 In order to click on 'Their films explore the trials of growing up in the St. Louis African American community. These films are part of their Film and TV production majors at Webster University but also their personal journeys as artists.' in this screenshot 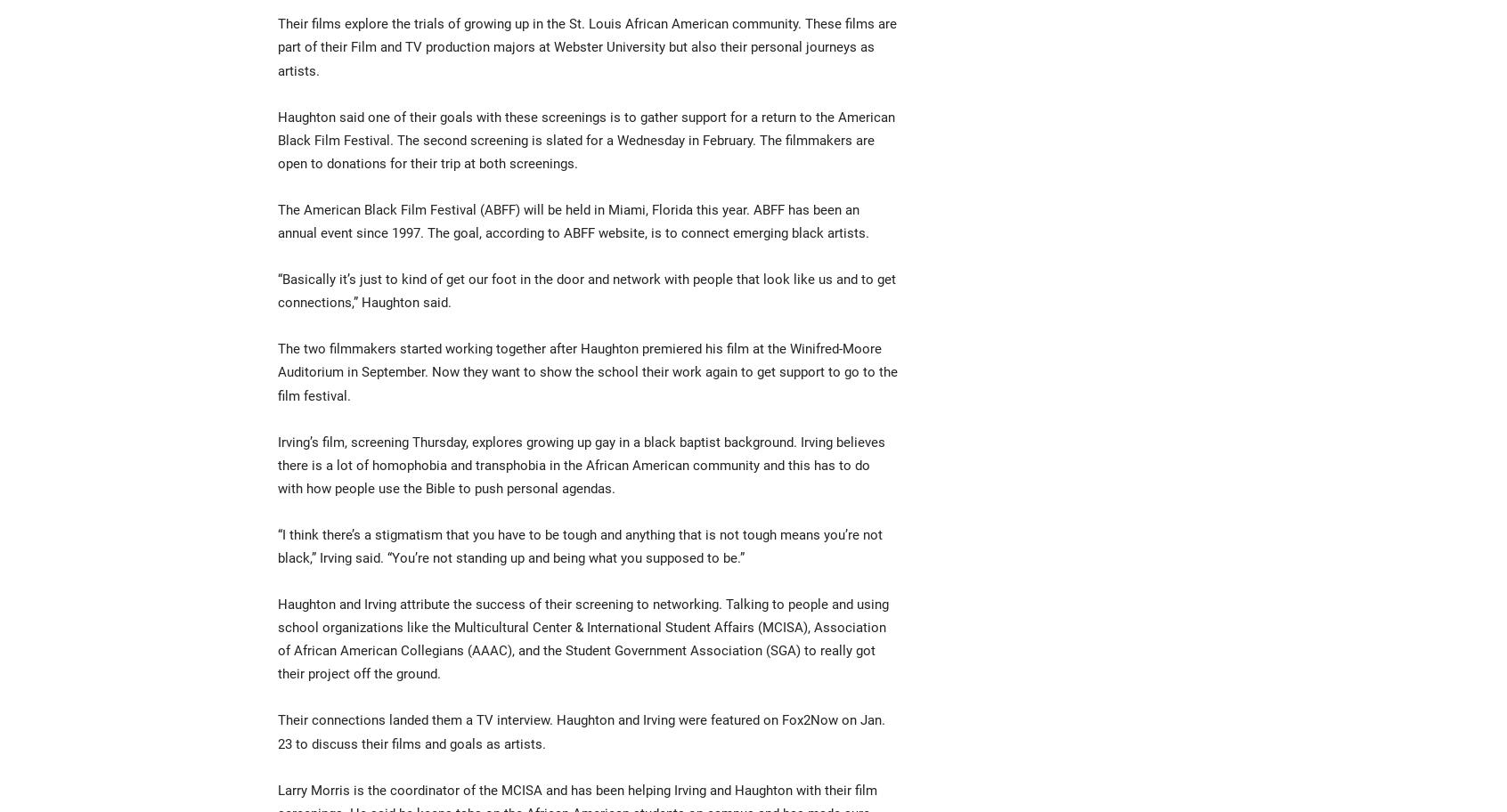, I will do `click(587, 45)`.